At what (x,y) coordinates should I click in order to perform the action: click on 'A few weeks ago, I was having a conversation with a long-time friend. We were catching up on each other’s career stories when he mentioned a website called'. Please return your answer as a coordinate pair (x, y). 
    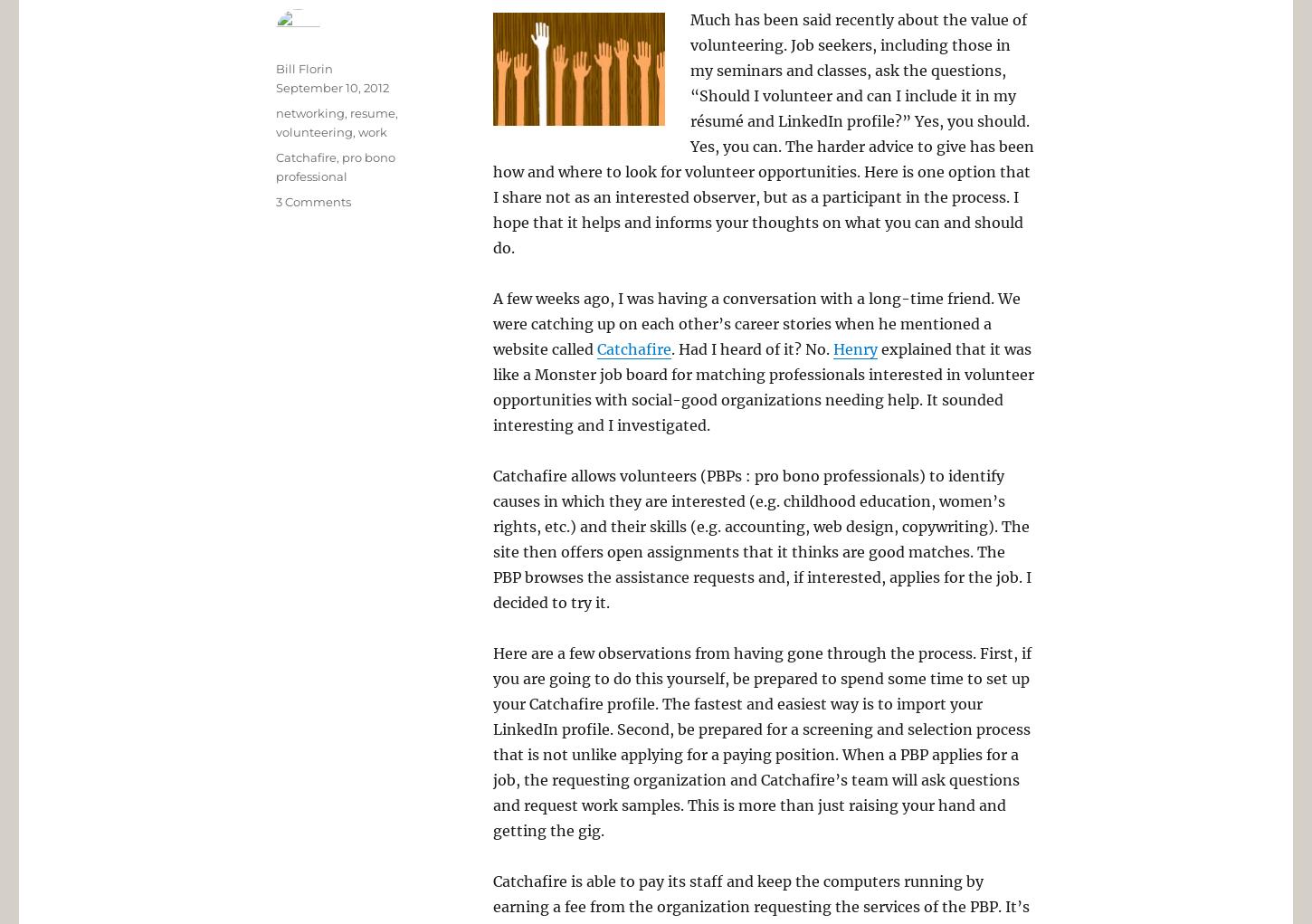
    Looking at the image, I should click on (493, 323).